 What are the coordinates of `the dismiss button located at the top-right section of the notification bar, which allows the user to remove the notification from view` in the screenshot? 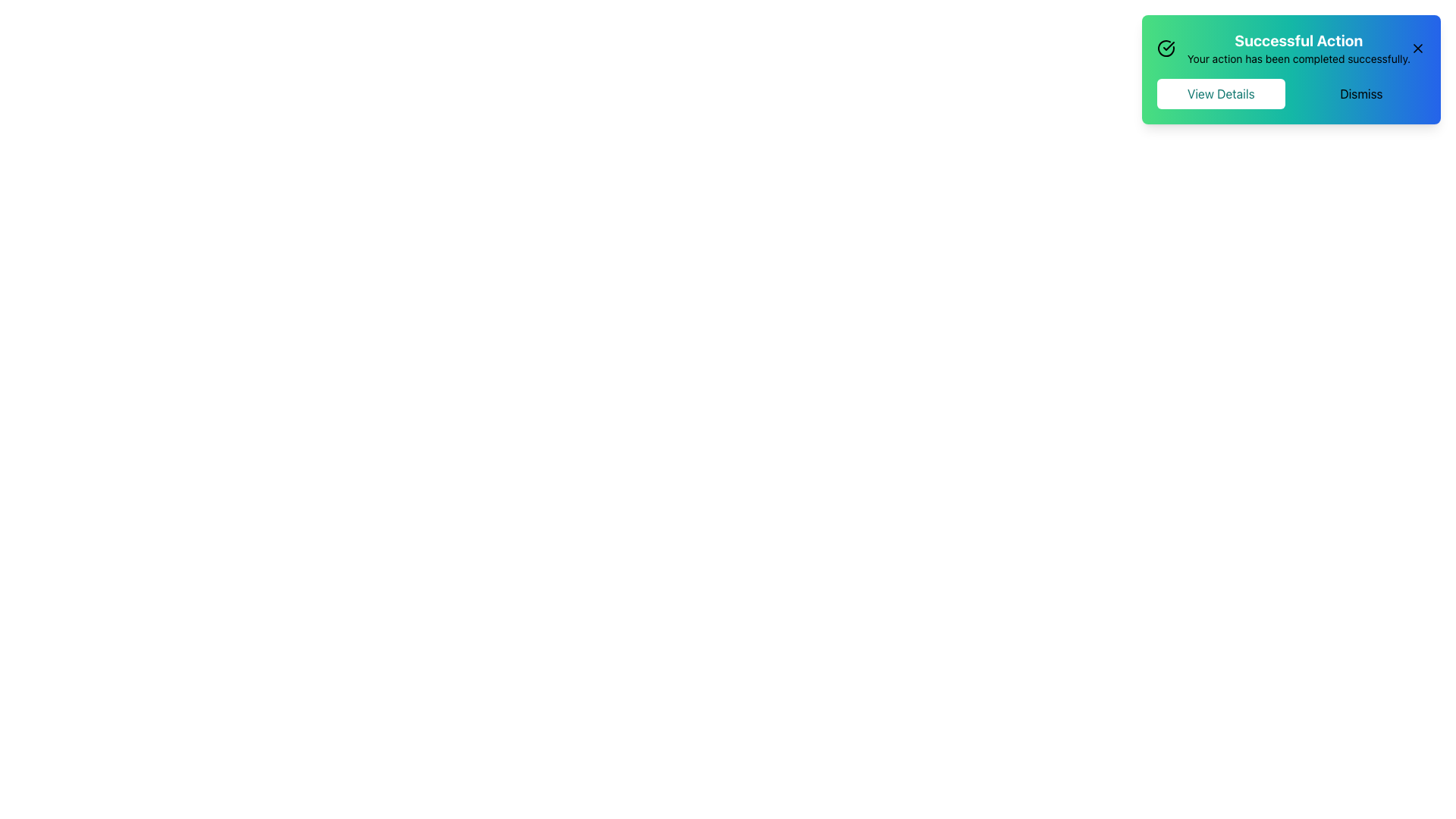 It's located at (1417, 48).